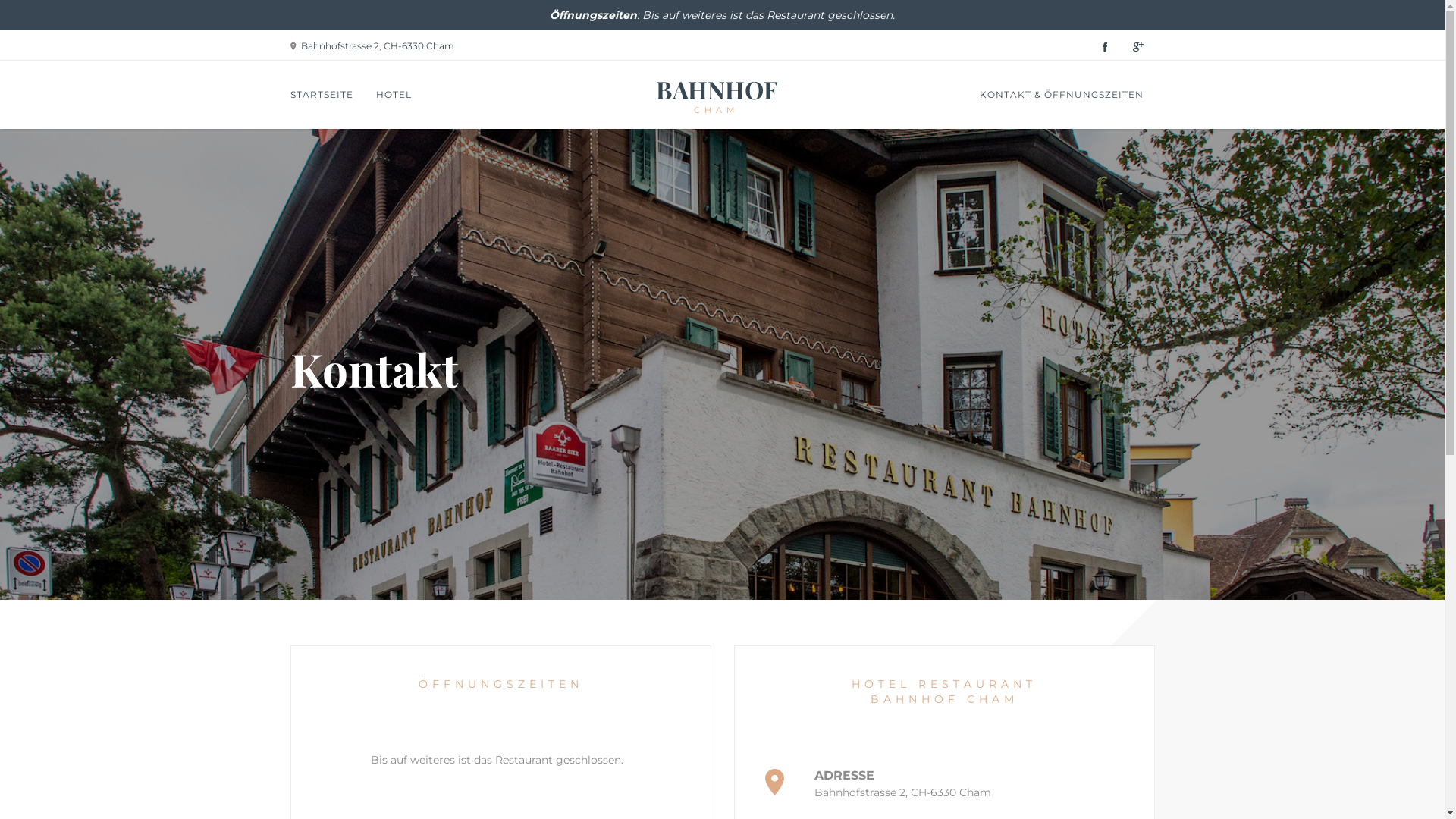 Image resolution: width=1456 pixels, height=819 pixels. Describe the element at coordinates (321, 94) in the screenshot. I see `'STARTSEITE'` at that location.